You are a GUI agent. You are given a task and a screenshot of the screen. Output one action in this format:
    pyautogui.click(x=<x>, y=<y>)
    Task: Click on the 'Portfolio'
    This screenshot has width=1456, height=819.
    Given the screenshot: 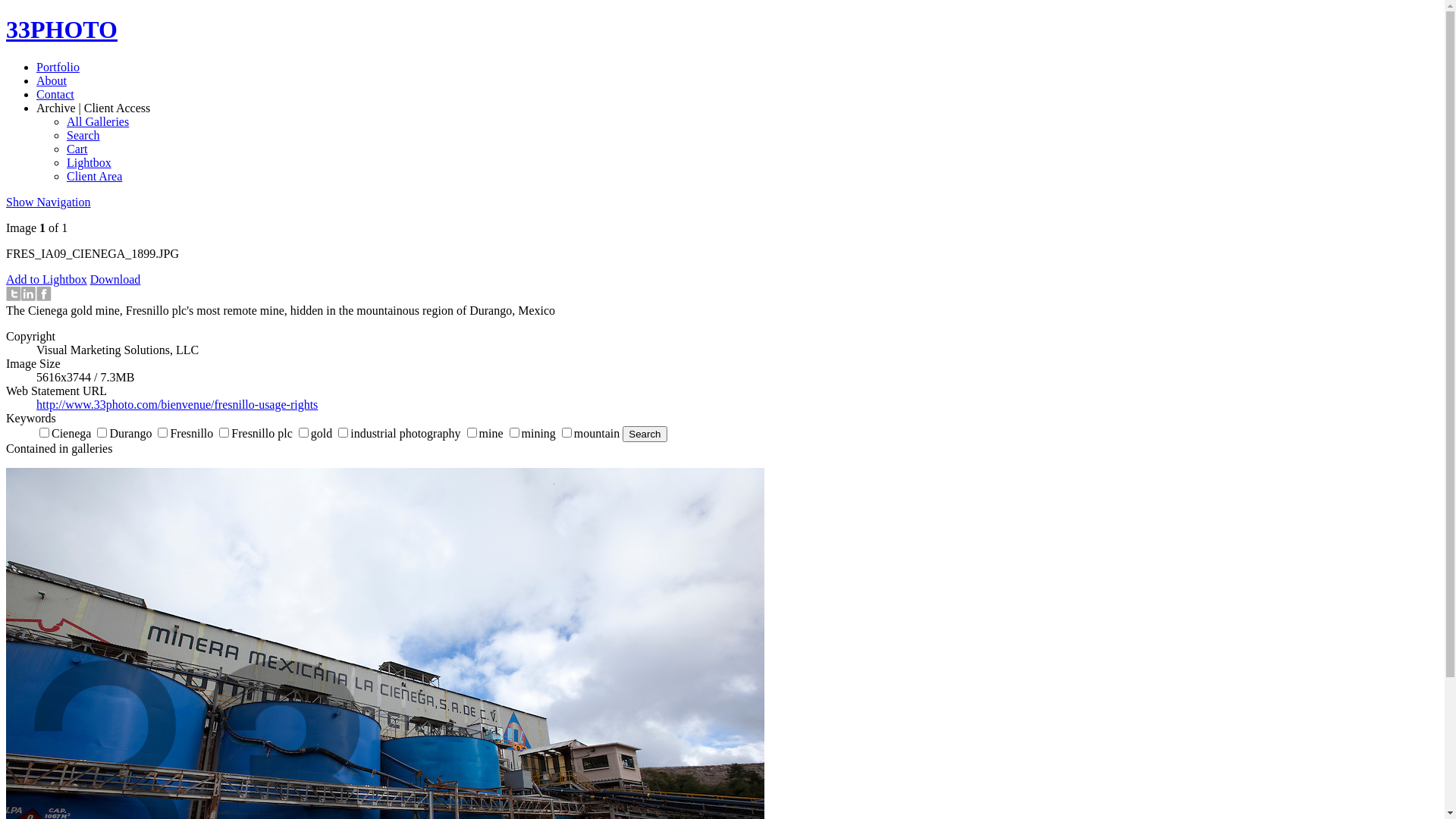 What is the action you would take?
    pyautogui.click(x=58, y=66)
    